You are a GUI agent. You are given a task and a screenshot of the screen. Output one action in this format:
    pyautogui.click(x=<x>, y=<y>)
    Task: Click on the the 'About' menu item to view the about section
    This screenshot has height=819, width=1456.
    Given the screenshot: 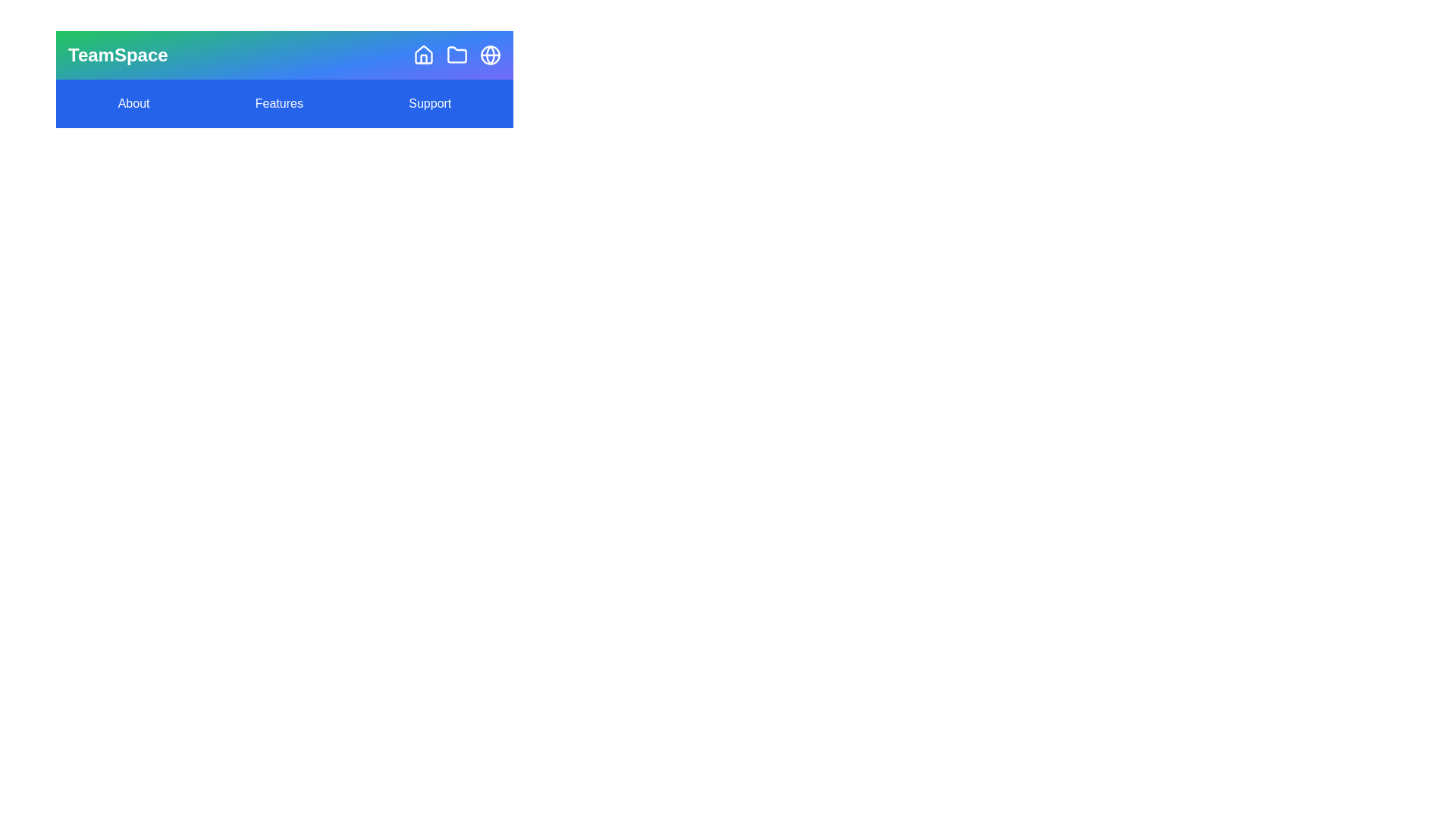 What is the action you would take?
    pyautogui.click(x=133, y=103)
    